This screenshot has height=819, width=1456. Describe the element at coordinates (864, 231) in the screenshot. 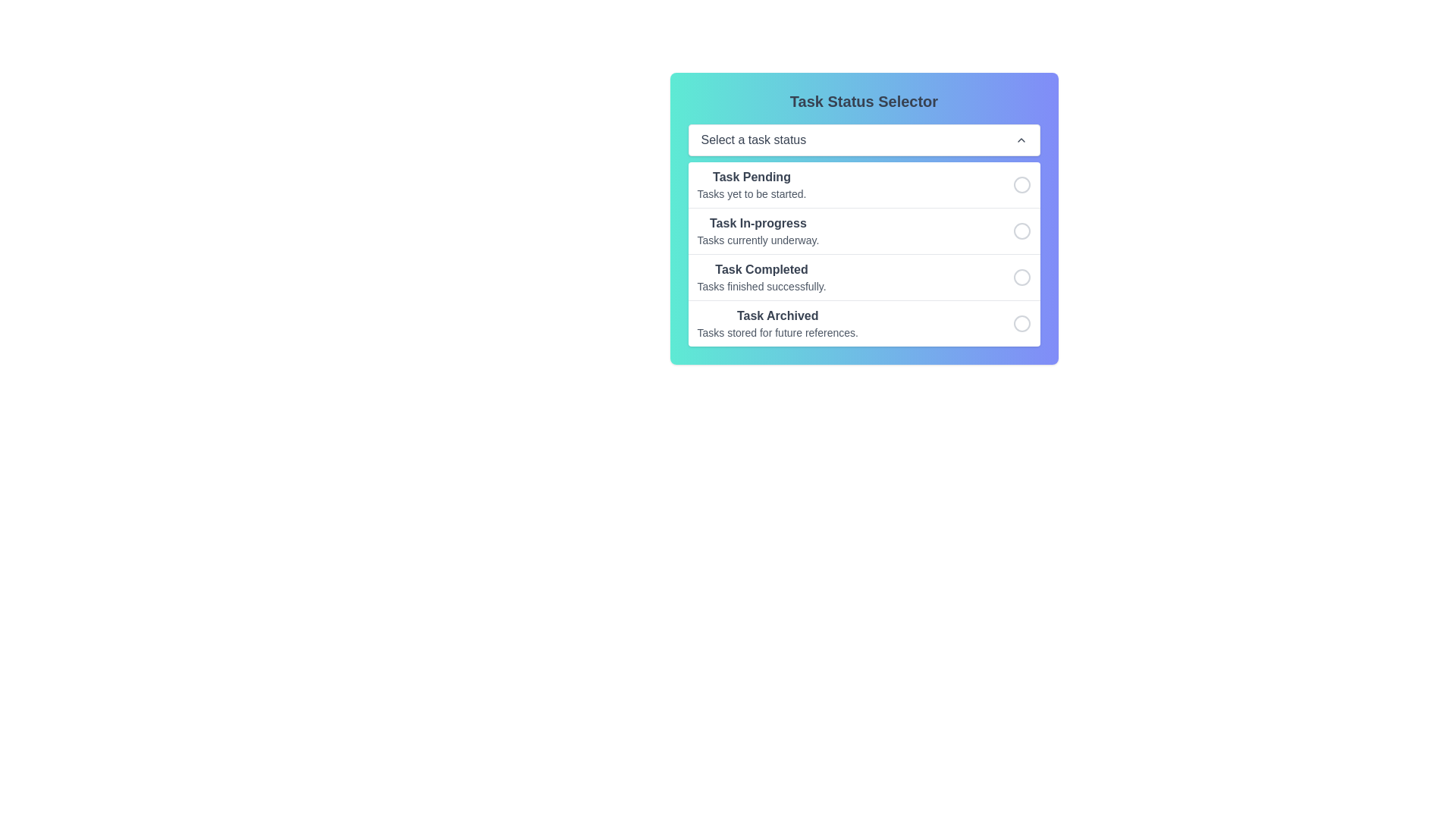

I see `the second selectable task status option in the vertical list of task statuses` at that location.